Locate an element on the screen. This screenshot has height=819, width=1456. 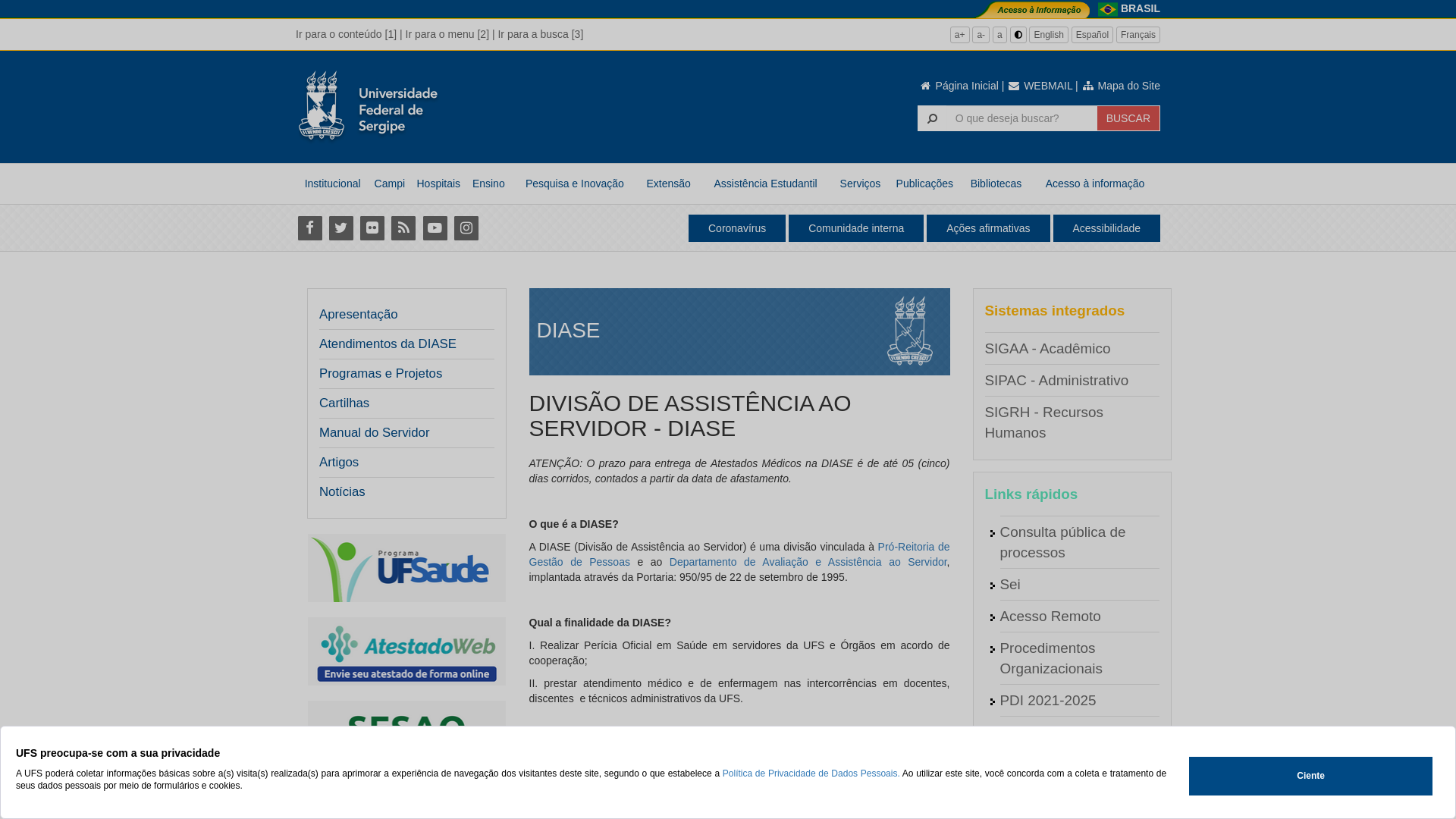
'a-' is located at coordinates (971, 34).